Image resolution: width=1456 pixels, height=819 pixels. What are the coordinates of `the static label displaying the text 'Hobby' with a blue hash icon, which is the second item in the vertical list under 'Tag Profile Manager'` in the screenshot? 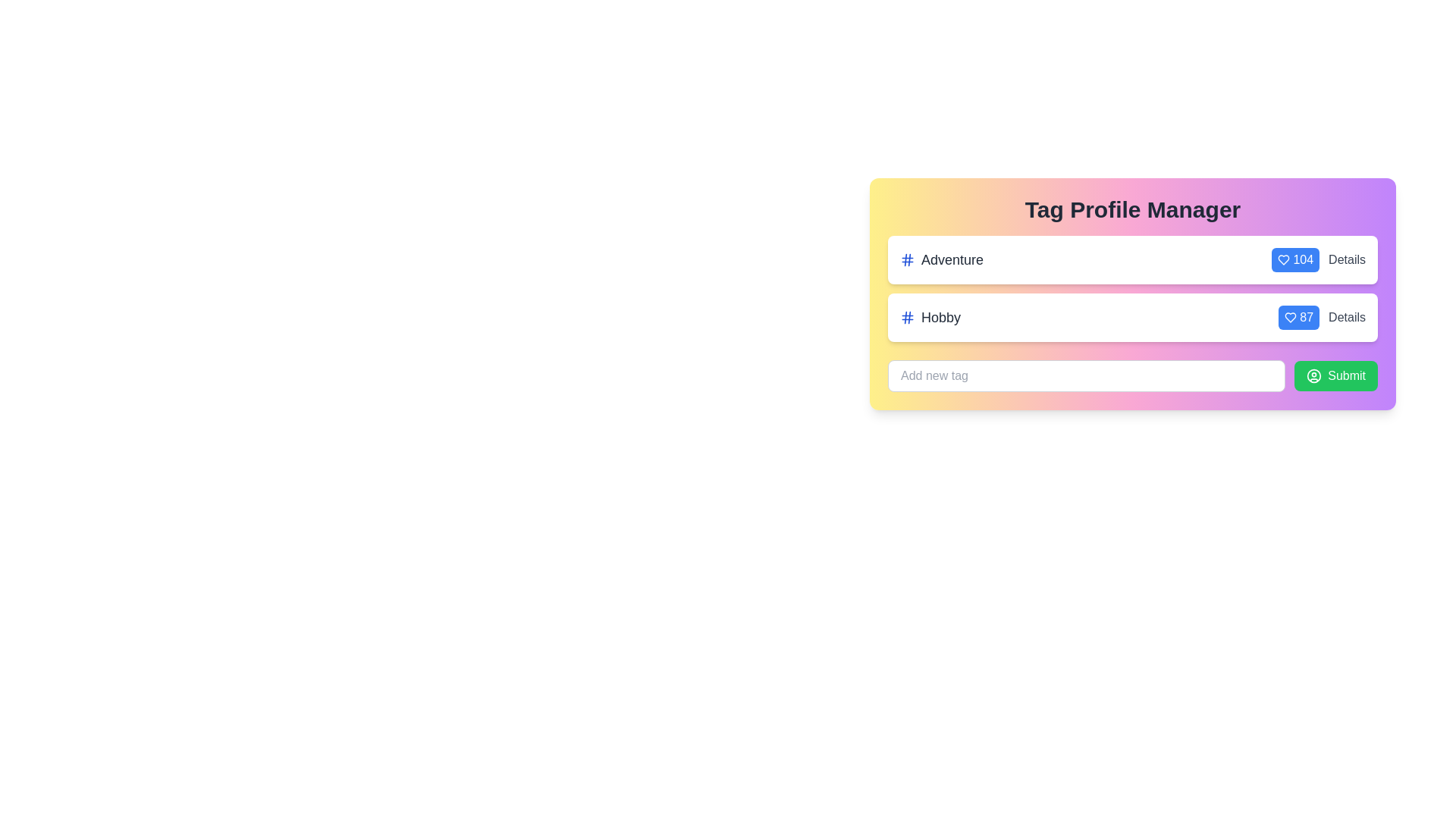 It's located at (930, 317).